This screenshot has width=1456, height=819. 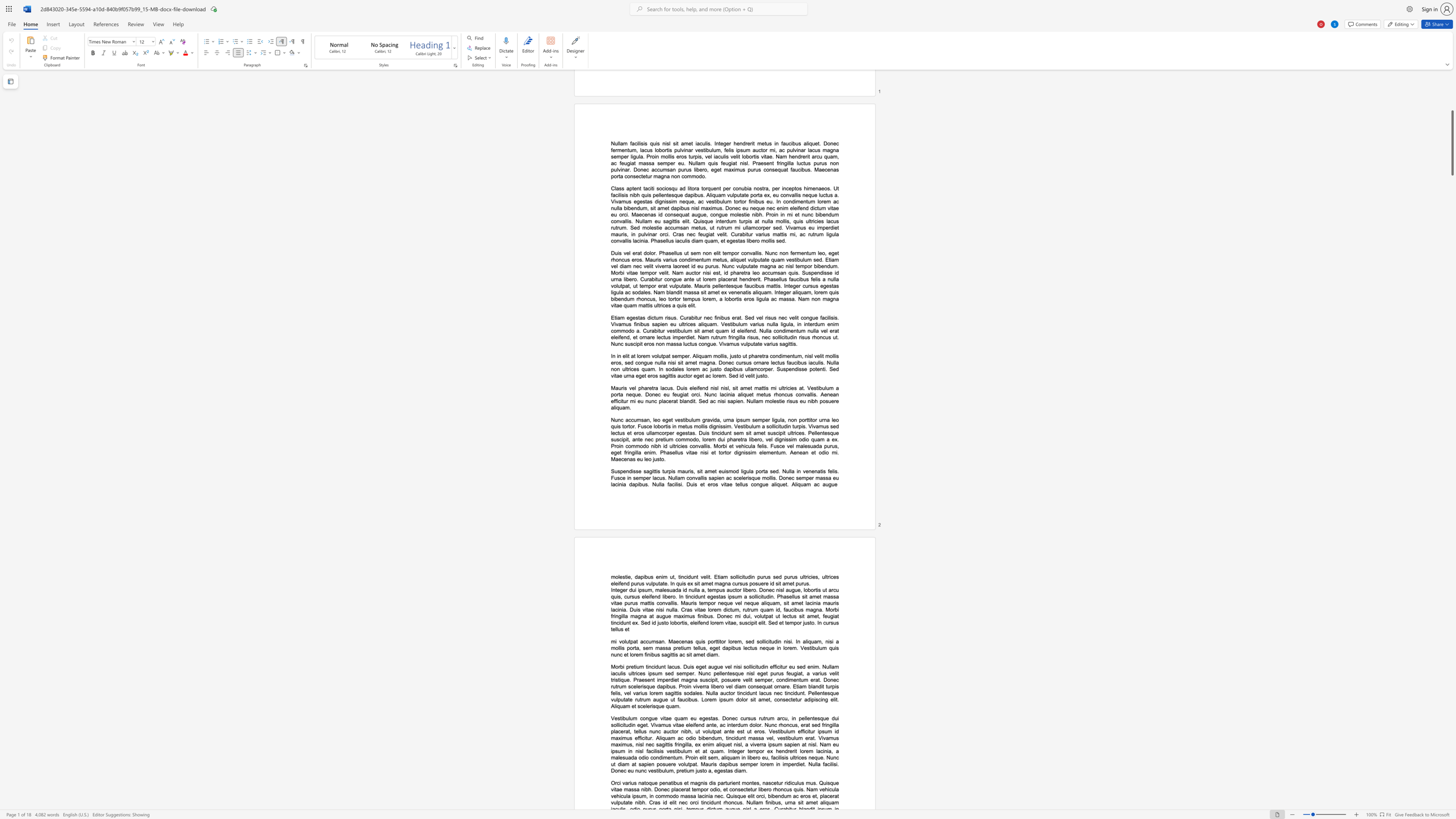 What do you see at coordinates (669, 706) in the screenshot?
I see `the subset text "uam" within the text "Morbi pretium tincidunt lacus. Duis eget augue vel nisi sollicitudin efficitur eu sed enim. Nullam iaculis ultrices ipsum sed semper. Nunc pellentesque nisl eget purus feugiat, a varius velit tristique. Praesent imperdiet magna suscipit, posuere velit semper, condimentum erat. Donec rutrum scelerisque dapibus. Proin viverra libero vel diam consequat ornare. Etiam blandit turpis felis, vel varius lorem sagittis sodales. Nulla auctor tincidunt lacus nec tincidunt. Pellentesque vulputate rutrum augue ut faucibus. Lorem ipsum dolor sit amet, consectetur adipiscing elit. Aliquam et scelerisque quam."` at bounding box center [669, 706].